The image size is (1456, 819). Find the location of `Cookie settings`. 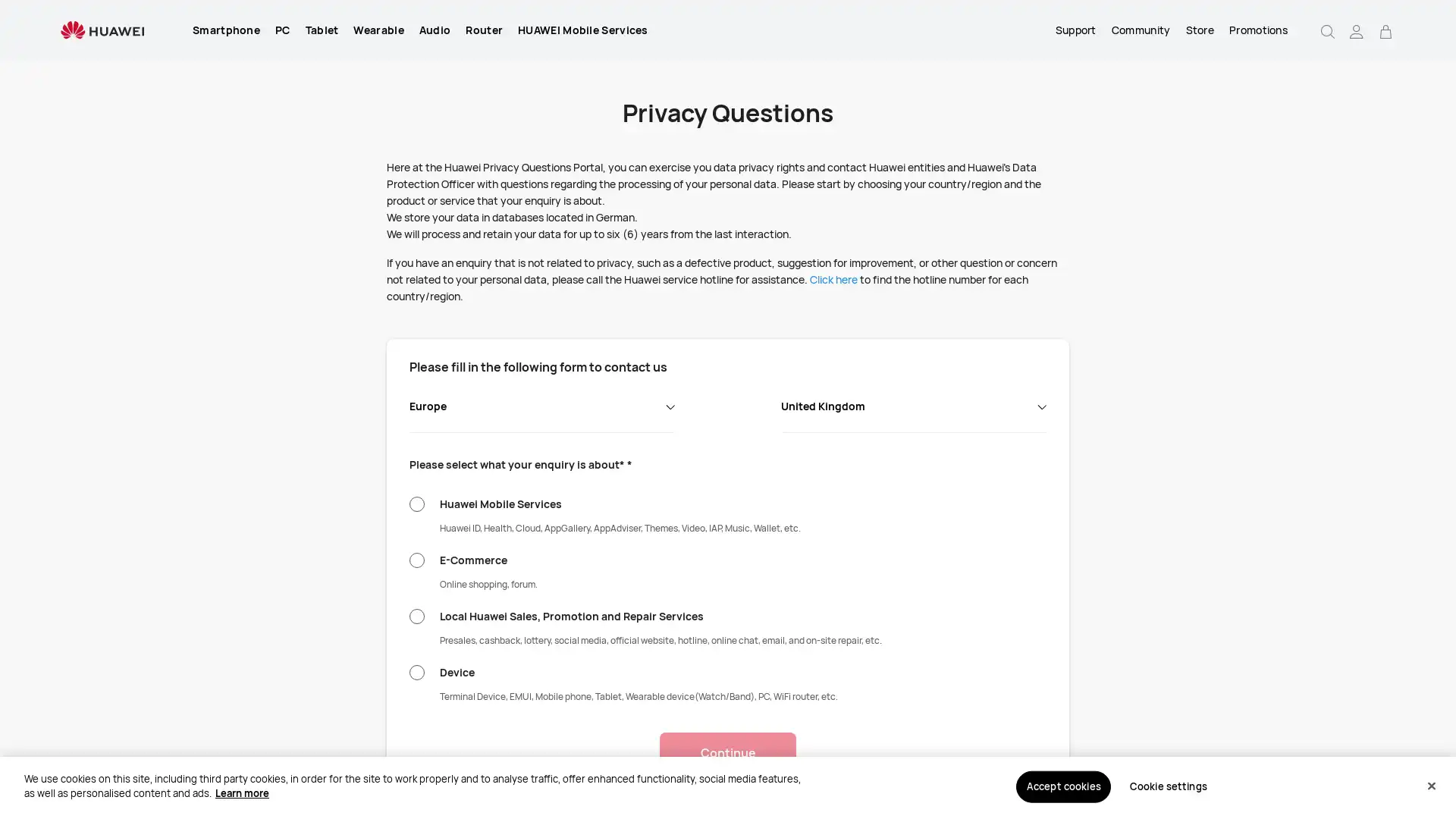

Cookie settings is located at coordinates (1167, 786).